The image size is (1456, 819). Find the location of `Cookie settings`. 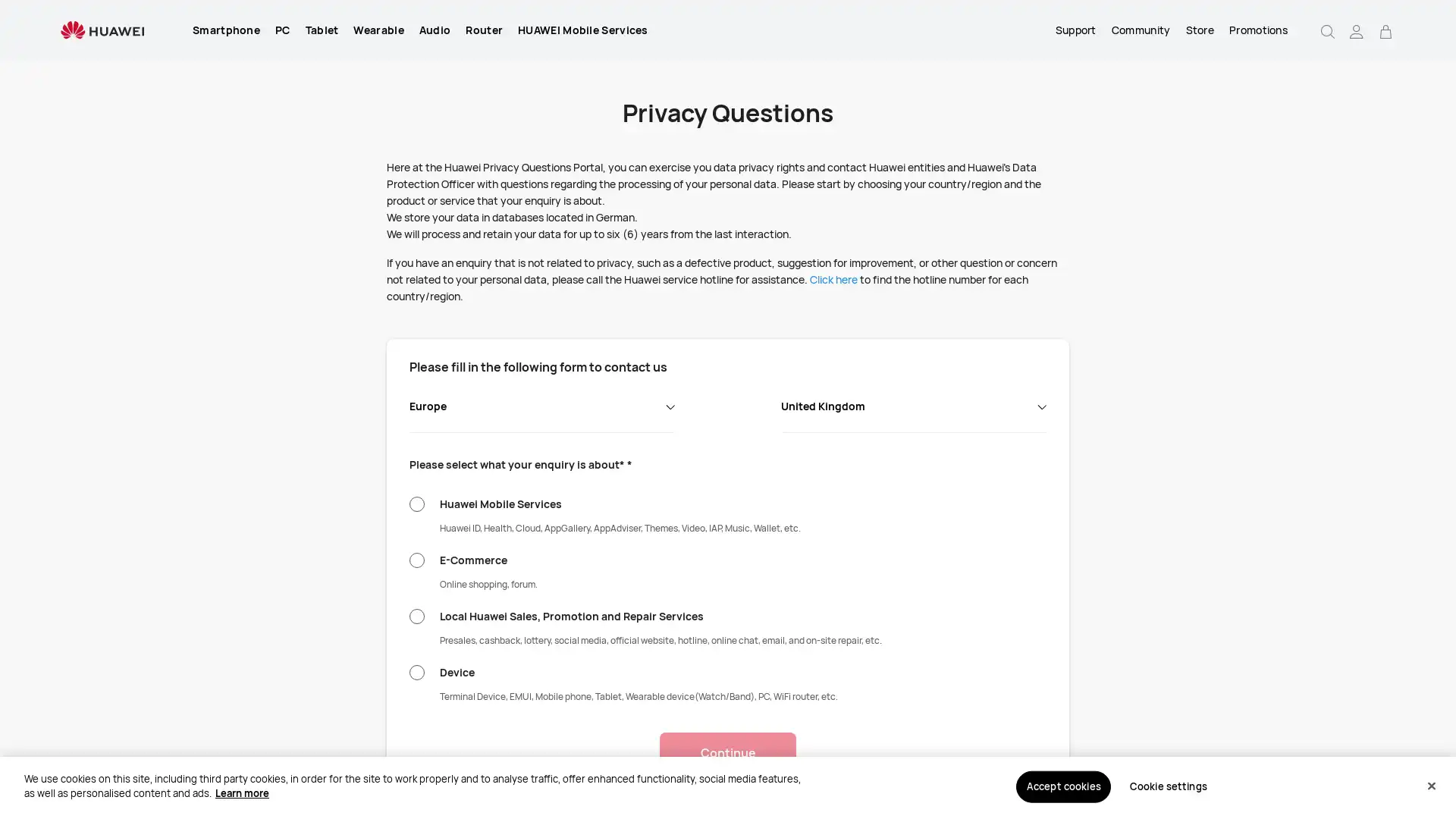

Cookie settings is located at coordinates (1167, 786).